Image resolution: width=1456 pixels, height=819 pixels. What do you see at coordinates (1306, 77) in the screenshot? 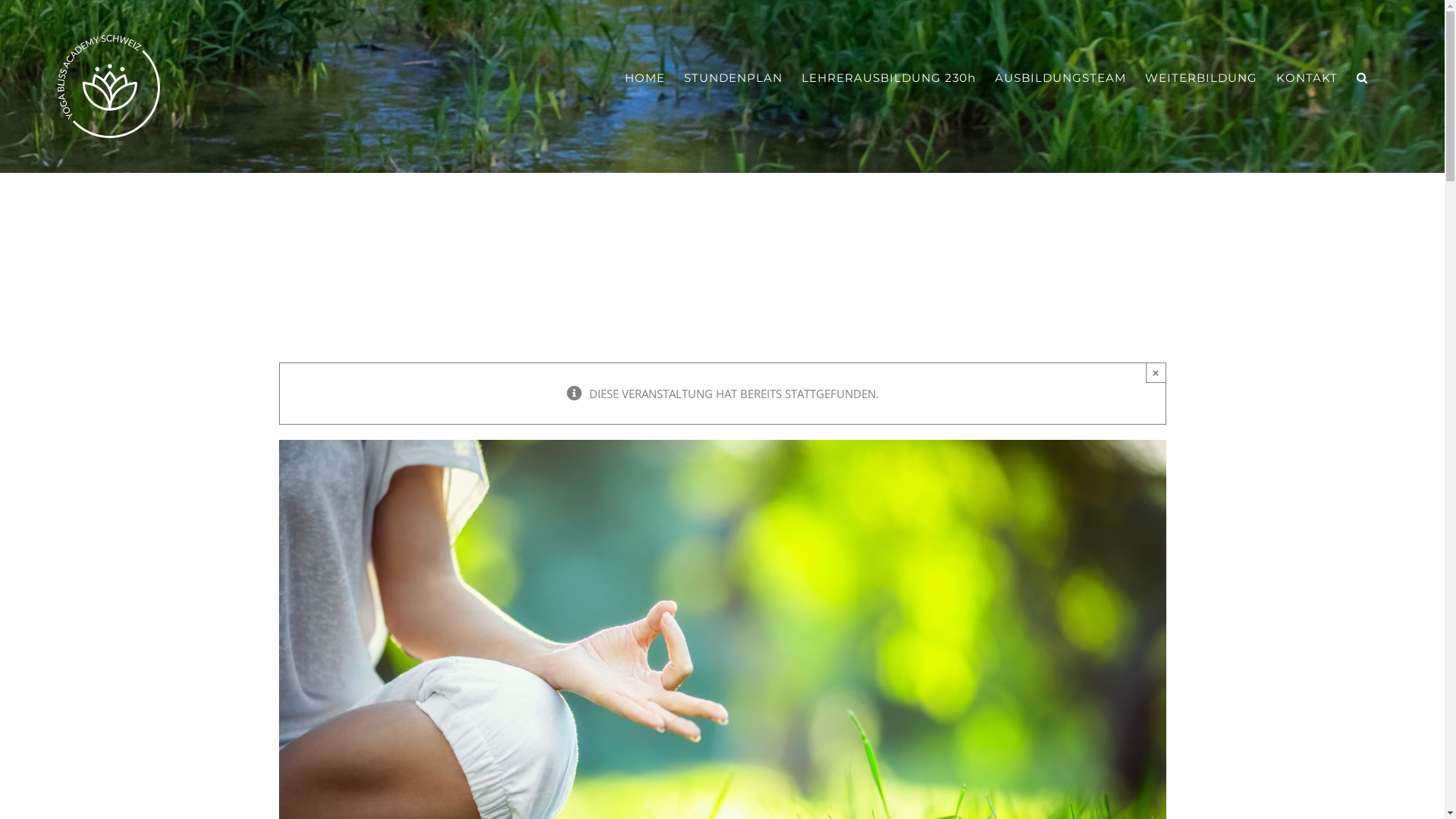
I see `'KONTAKT'` at bounding box center [1306, 77].